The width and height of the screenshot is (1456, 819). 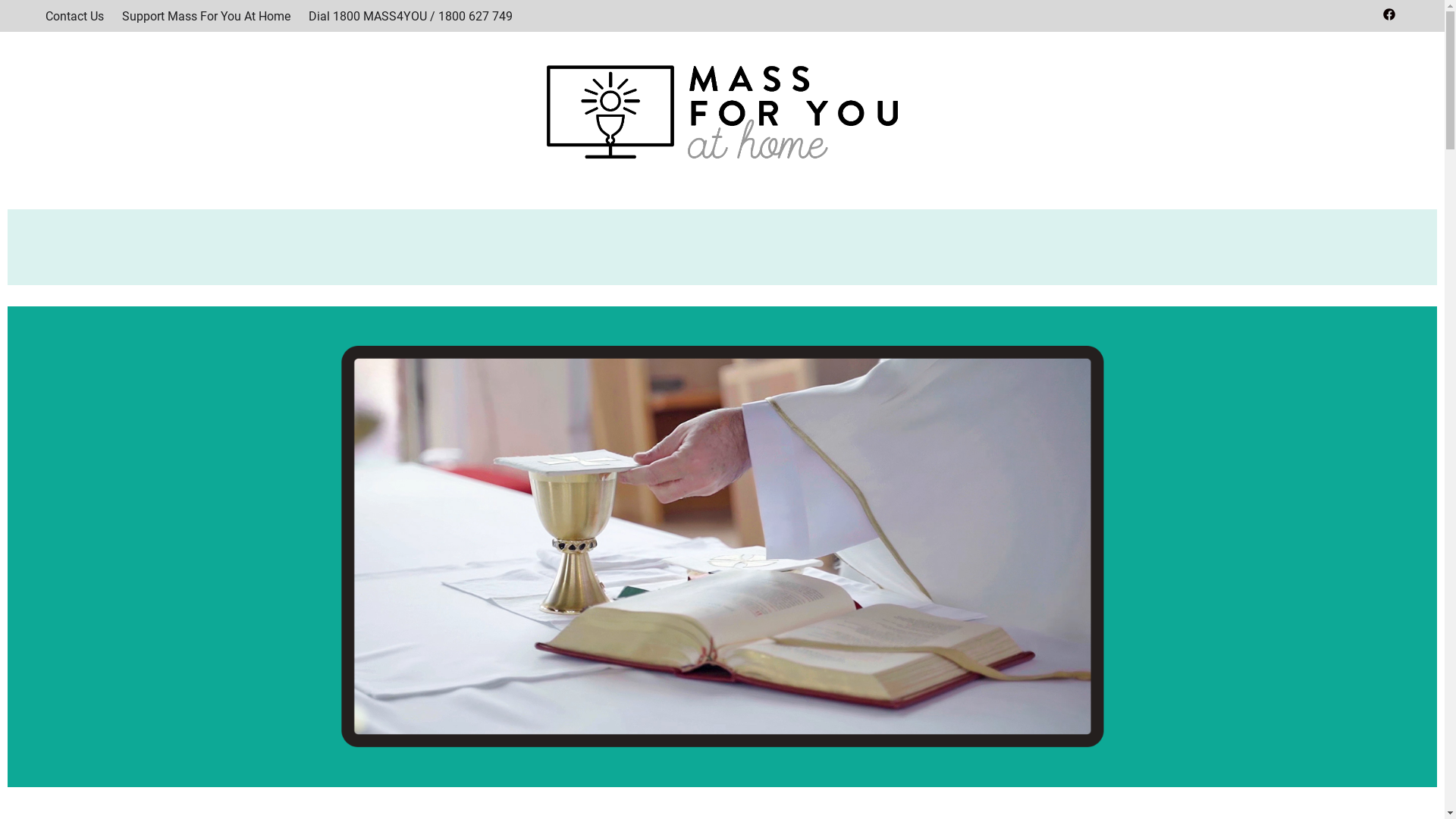 What do you see at coordinates (410, 16) in the screenshot?
I see `'Dial 1800 MASS4YOU / 1800 627 749'` at bounding box center [410, 16].